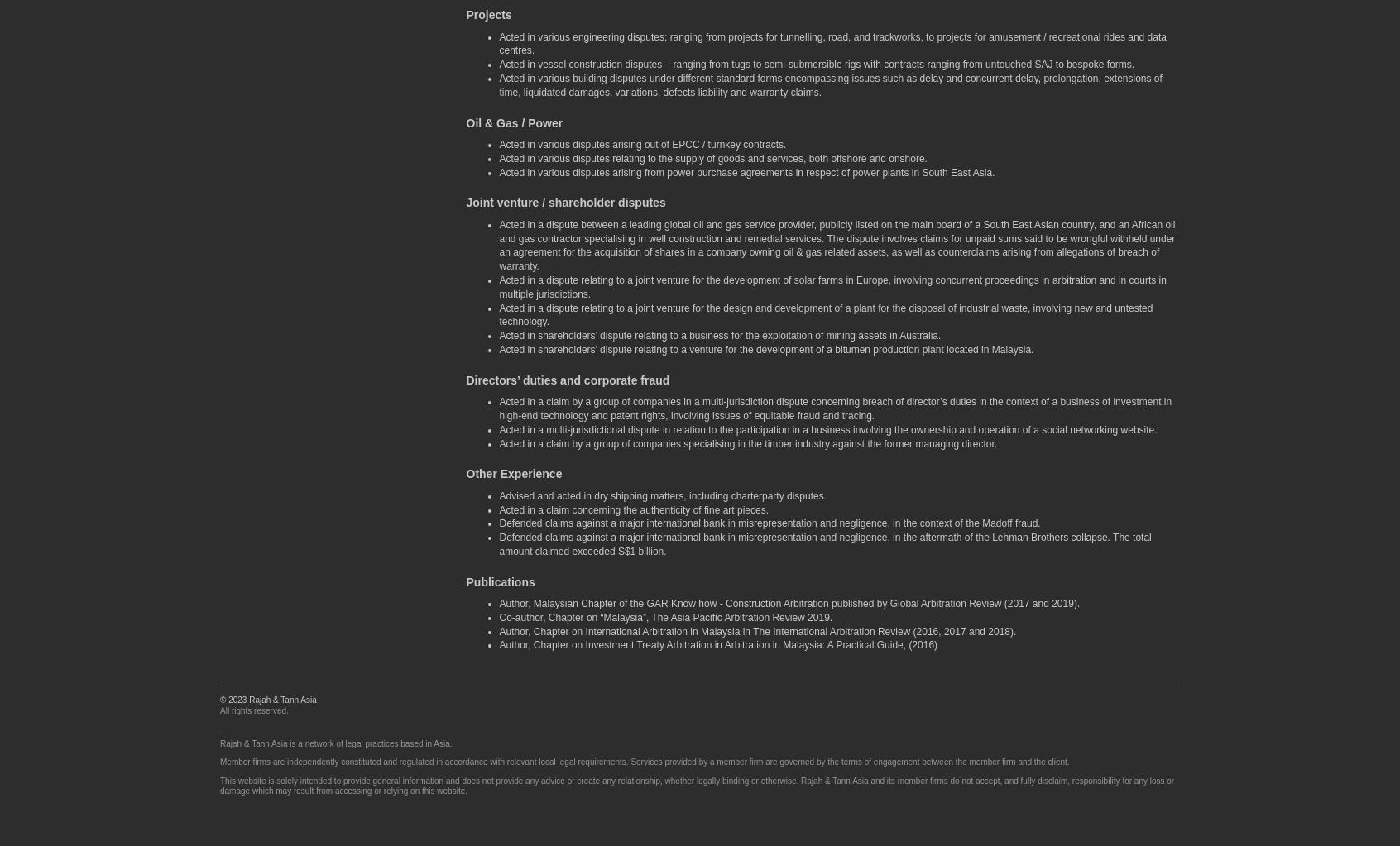  What do you see at coordinates (632, 509) in the screenshot?
I see `'Acted in a claim concerning the authenticity of fine art pieces.'` at bounding box center [632, 509].